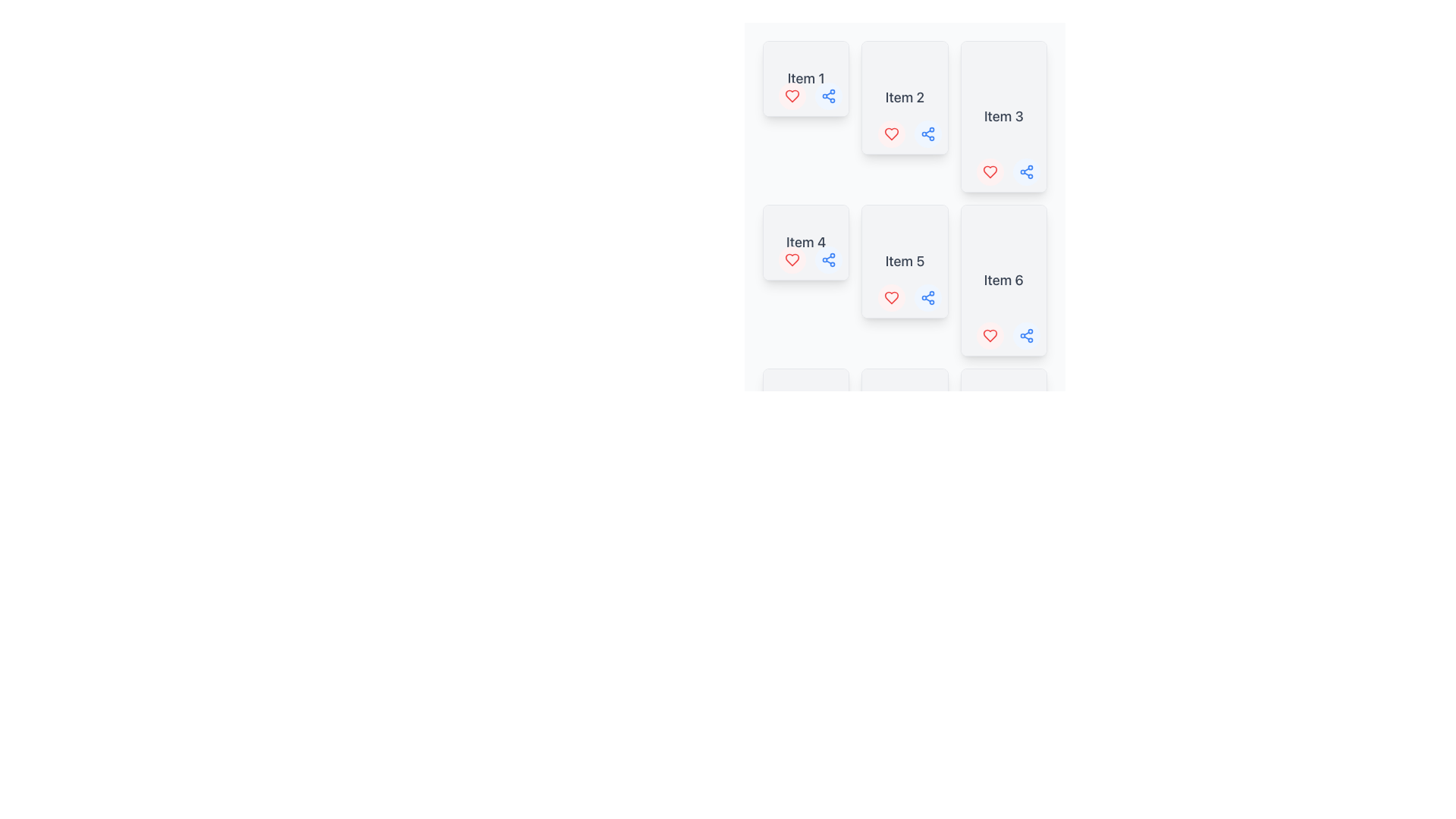 Image resolution: width=1456 pixels, height=819 pixels. Describe the element at coordinates (1003, 116) in the screenshot. I see `the interactive card labeled 'Item 3' in the grid layout, which is located in the first row and third column of the grid` at that location.